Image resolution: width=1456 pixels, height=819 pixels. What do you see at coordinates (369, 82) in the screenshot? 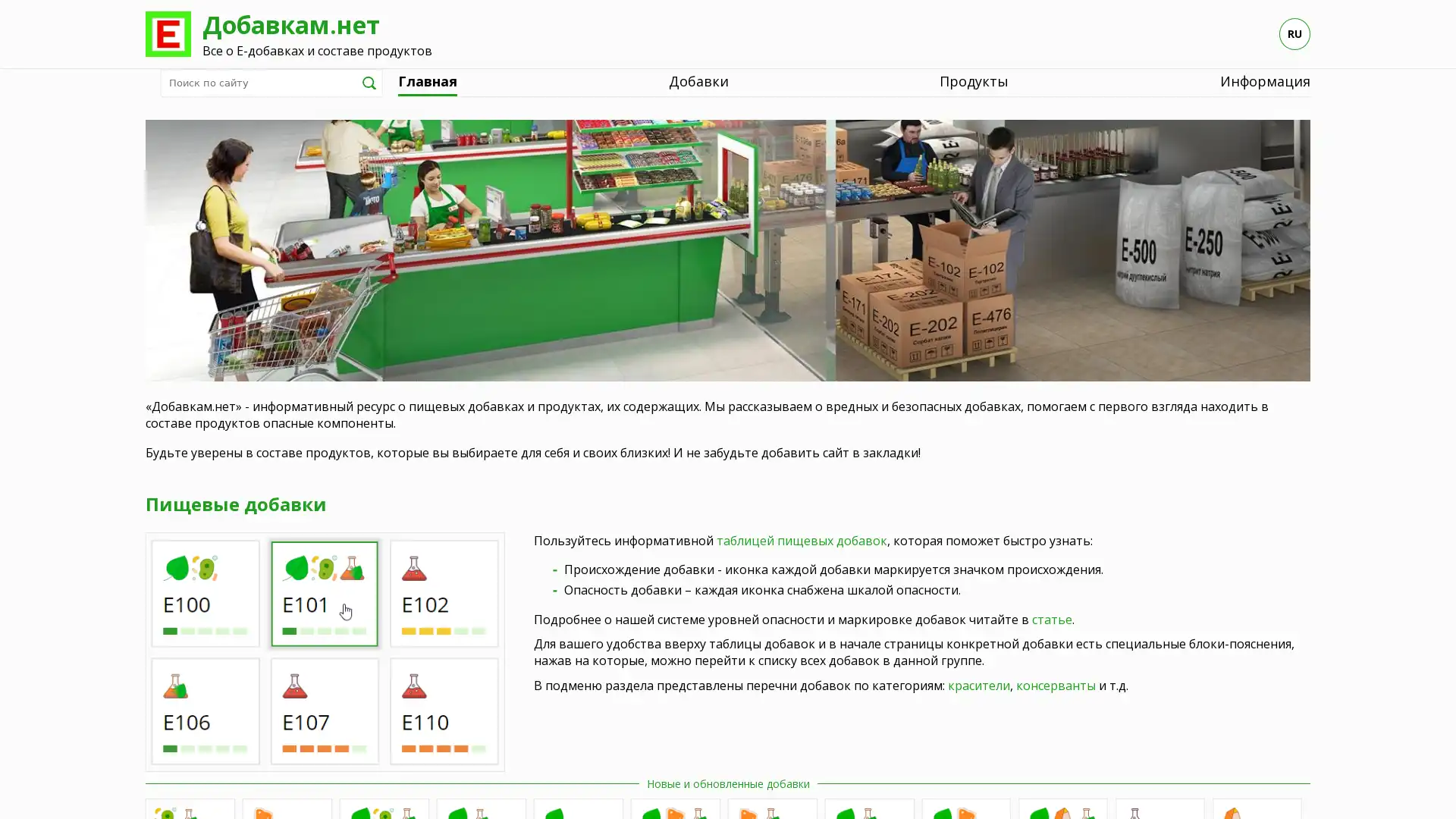
I see `Apply` at bounding box center [369, 82].